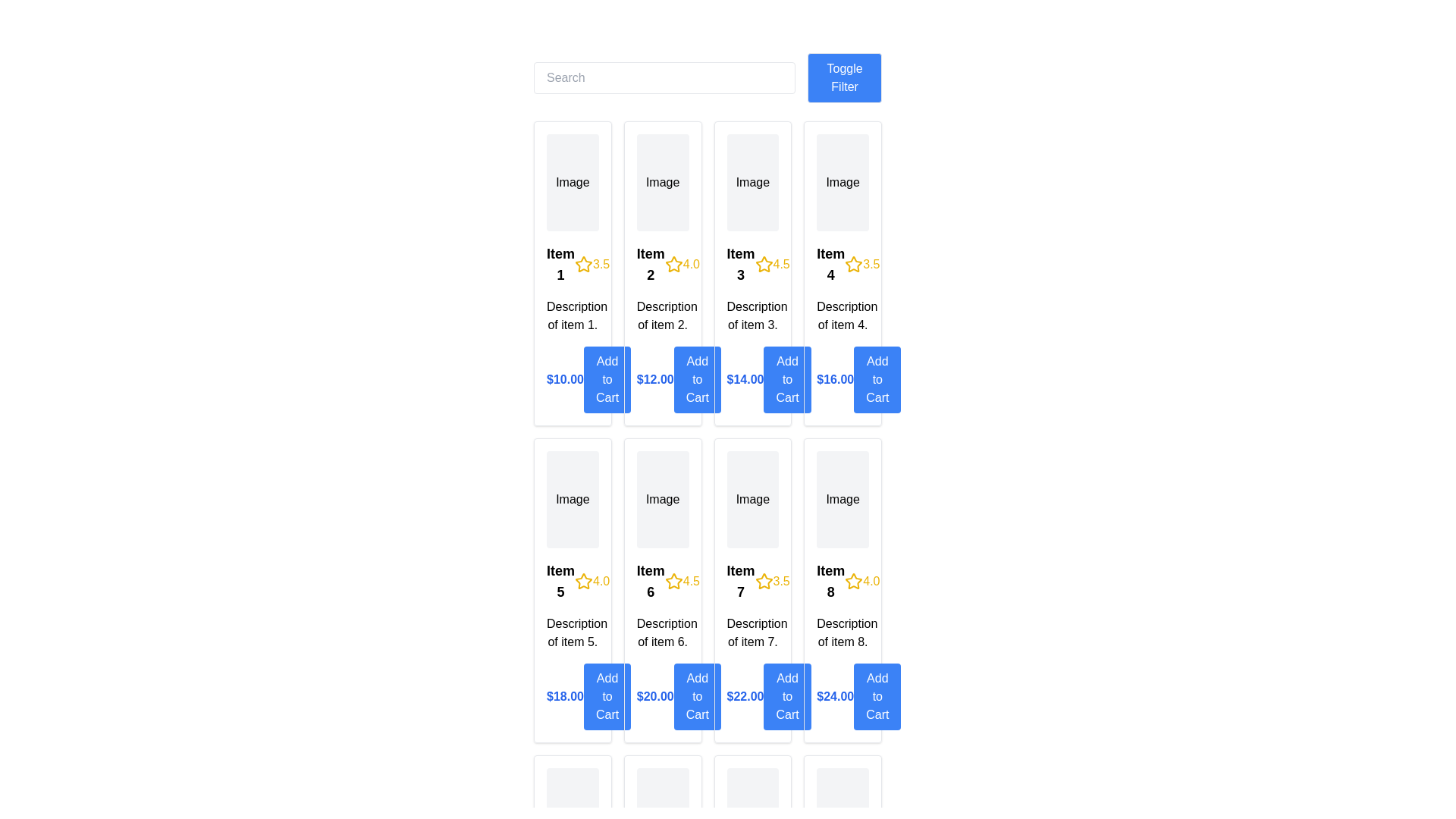  I want to click on the Rating display for 'Item 5', which shows a star icon and a rating of '4.0', to interact with it, so click(572, 581).